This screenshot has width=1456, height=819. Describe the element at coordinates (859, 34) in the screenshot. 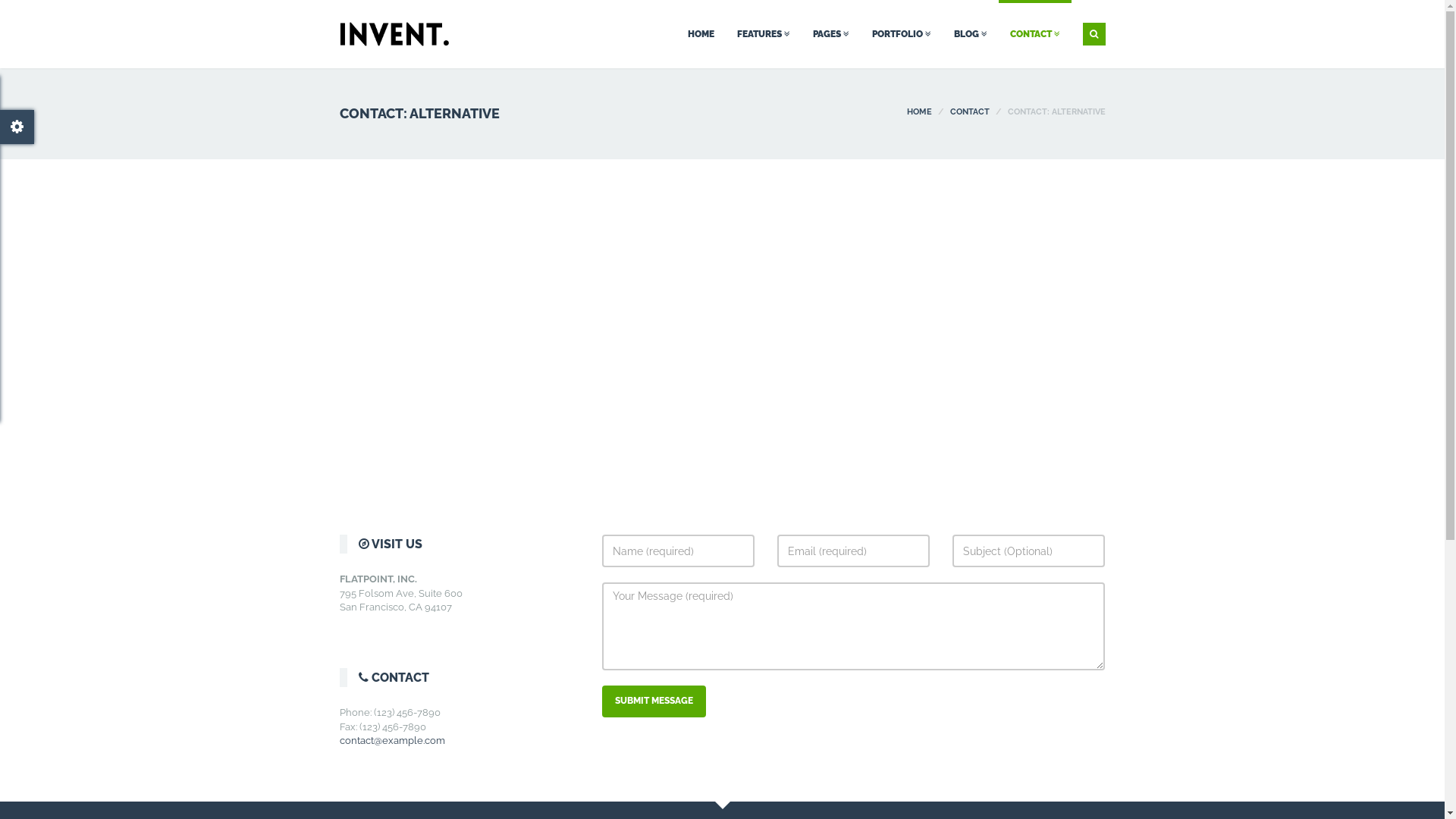

I see `'PORTFOLIO'` at that location.